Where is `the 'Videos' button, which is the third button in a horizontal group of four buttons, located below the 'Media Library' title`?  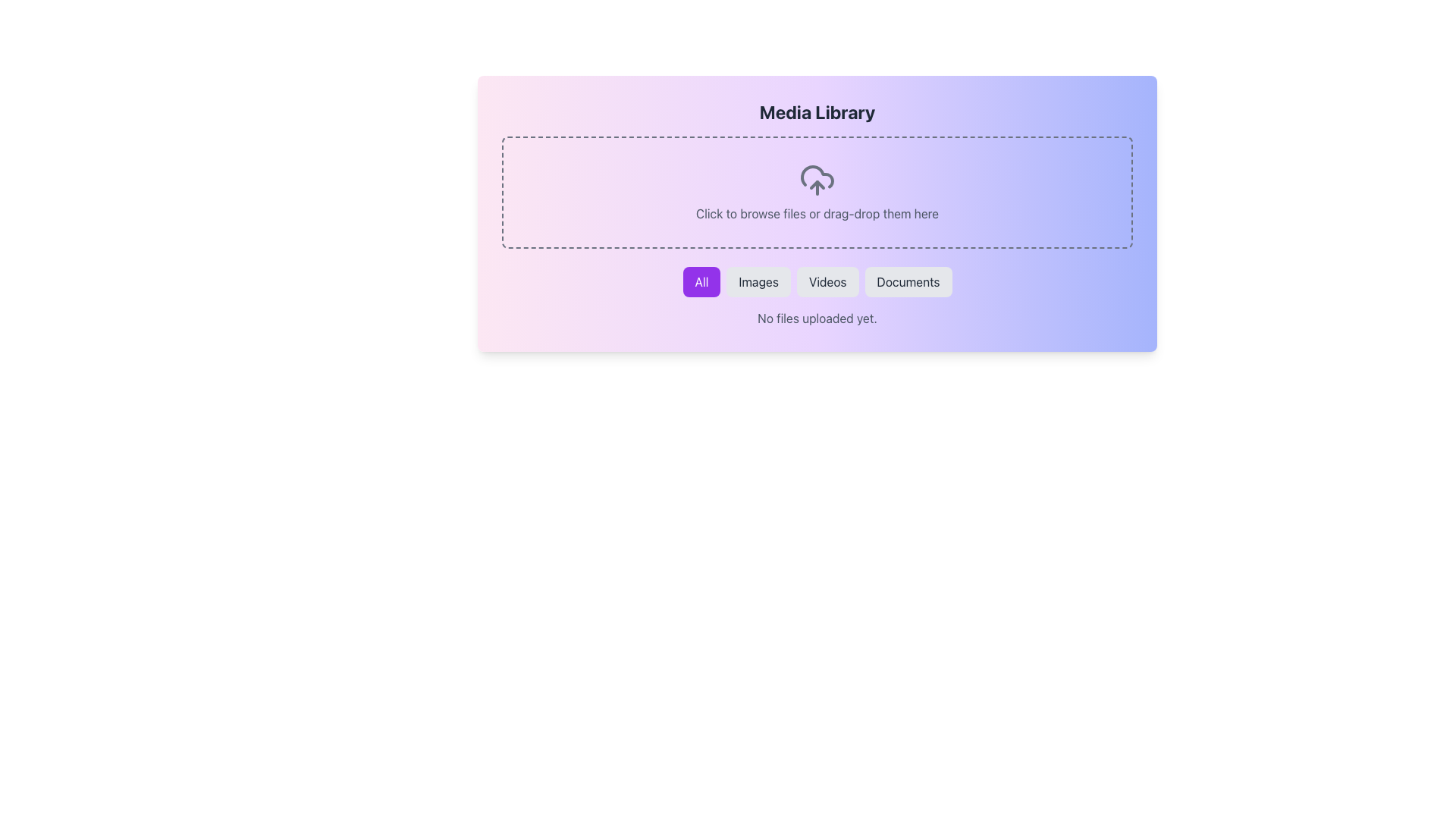
the 'Videos' button, which is the third button in a horizontal group of four buttons, located below the 'Media Library' title is located at coordinates (827, 281).